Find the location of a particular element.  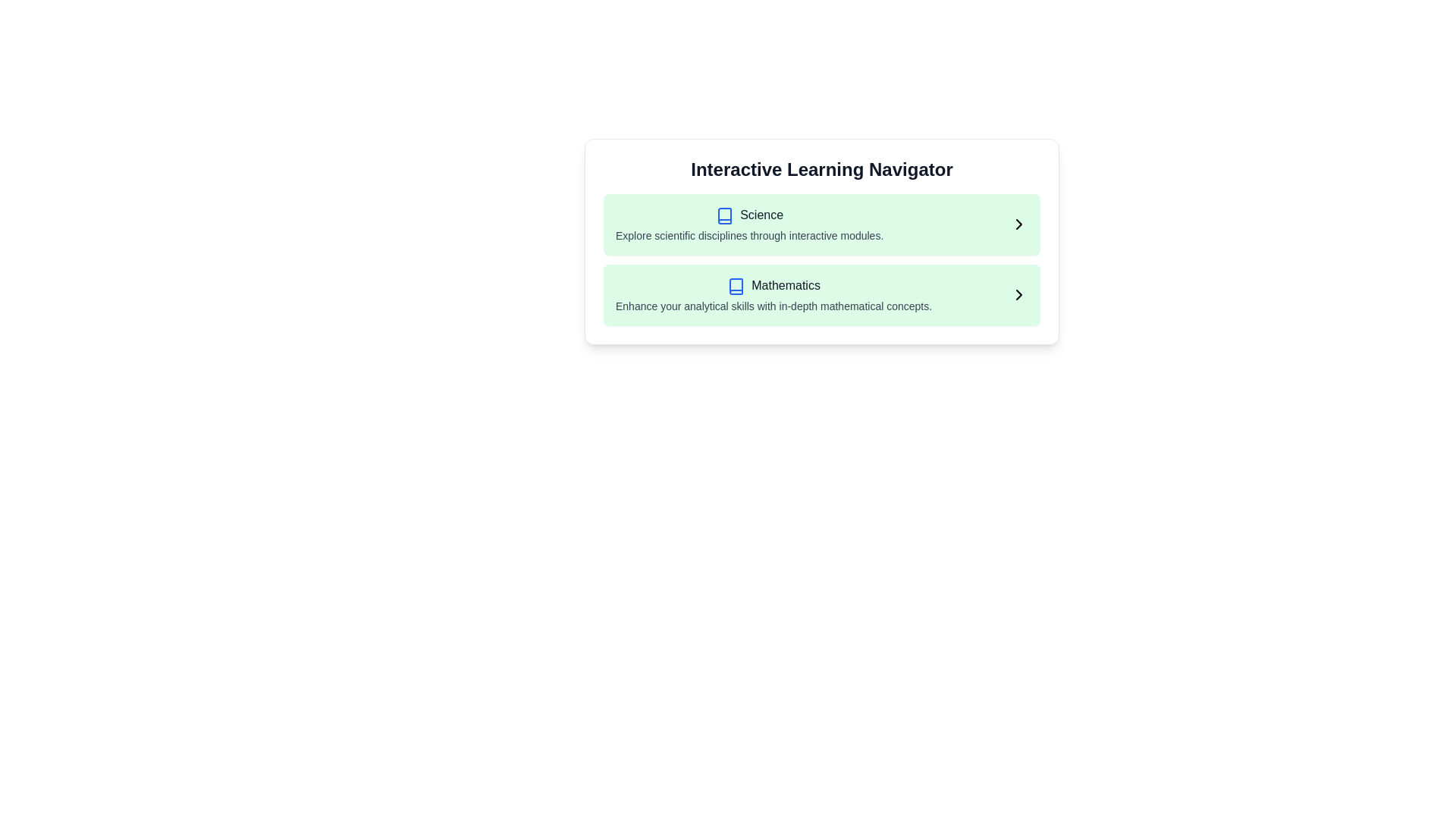

the Chevron (Right Direction) icon located at the far-right end of the green-highlighted tile labeled 'Science' is located at coordinates (1019, 224).